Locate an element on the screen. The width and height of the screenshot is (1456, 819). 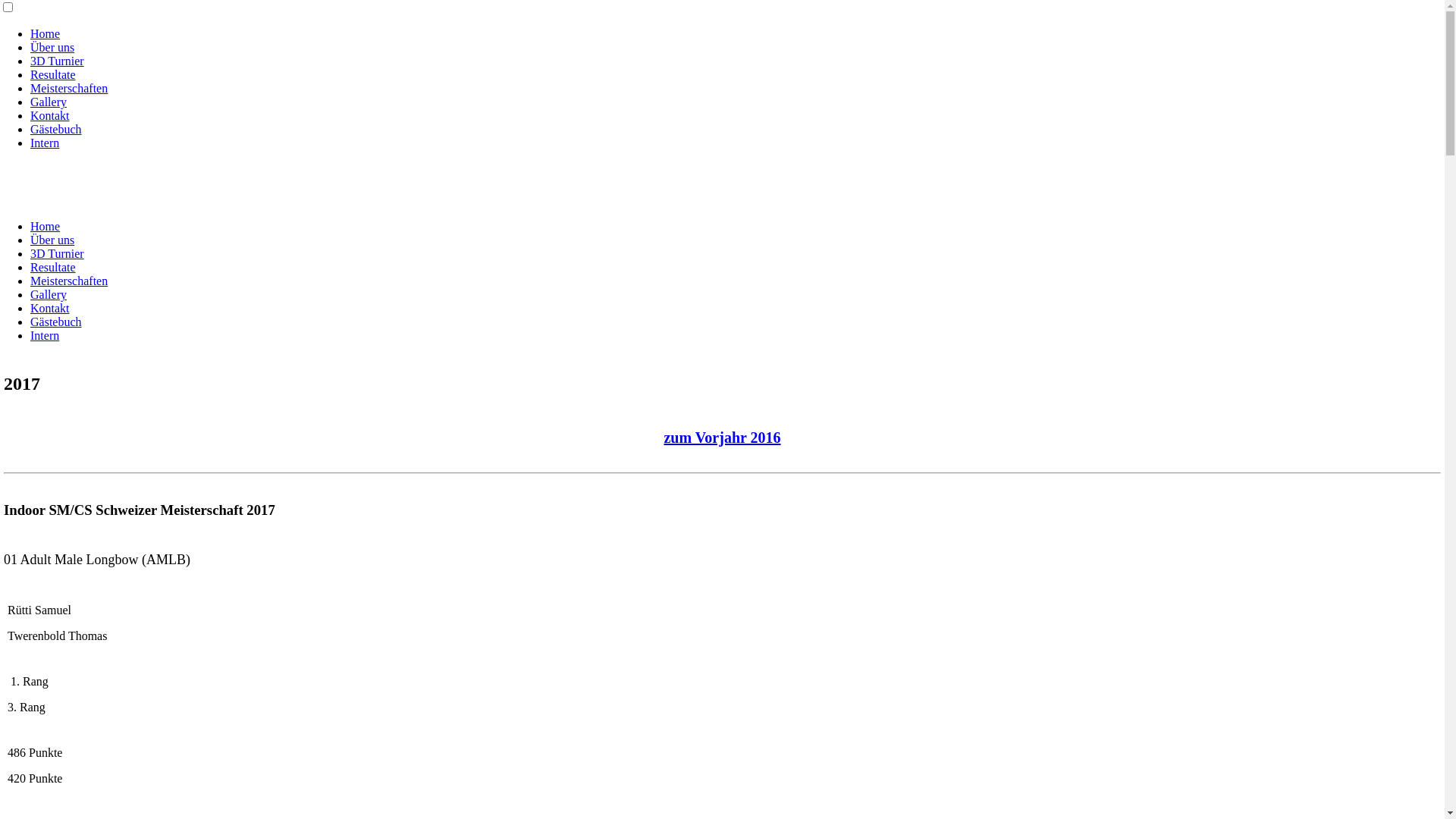
'Resultate' is located at coordinates (53, 266).